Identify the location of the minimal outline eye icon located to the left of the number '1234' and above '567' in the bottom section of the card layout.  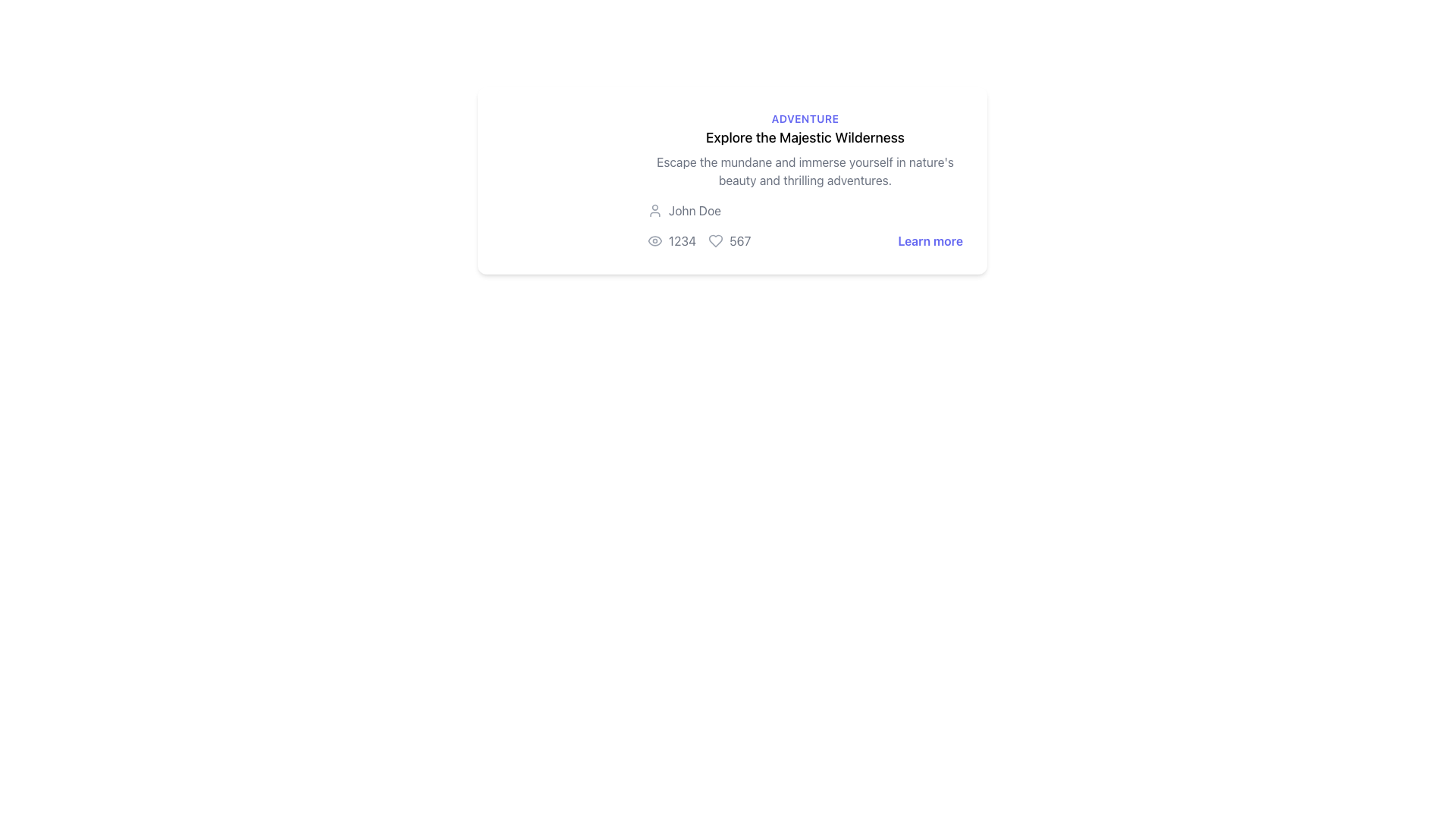
(655, 239).